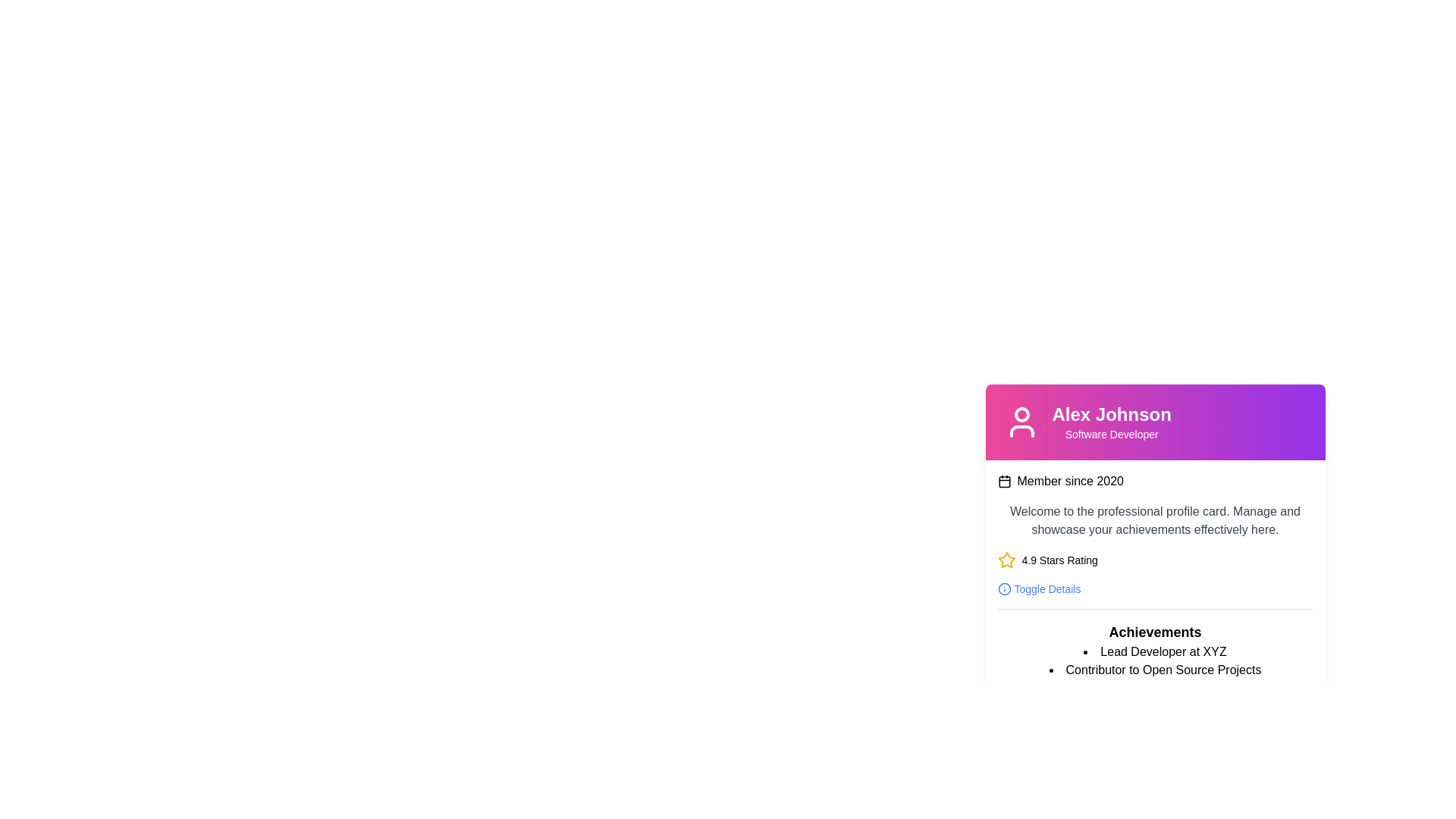 Image resolution: width=1456 pixels, height=819 pixels. Describe the element at coordinates (1154, 736) in the screenshot. I see `the contact initiation button located at the bottom-right corner of the user actions section beneath the 'Achievements' list to initiate contact with the profile owner` at that location.